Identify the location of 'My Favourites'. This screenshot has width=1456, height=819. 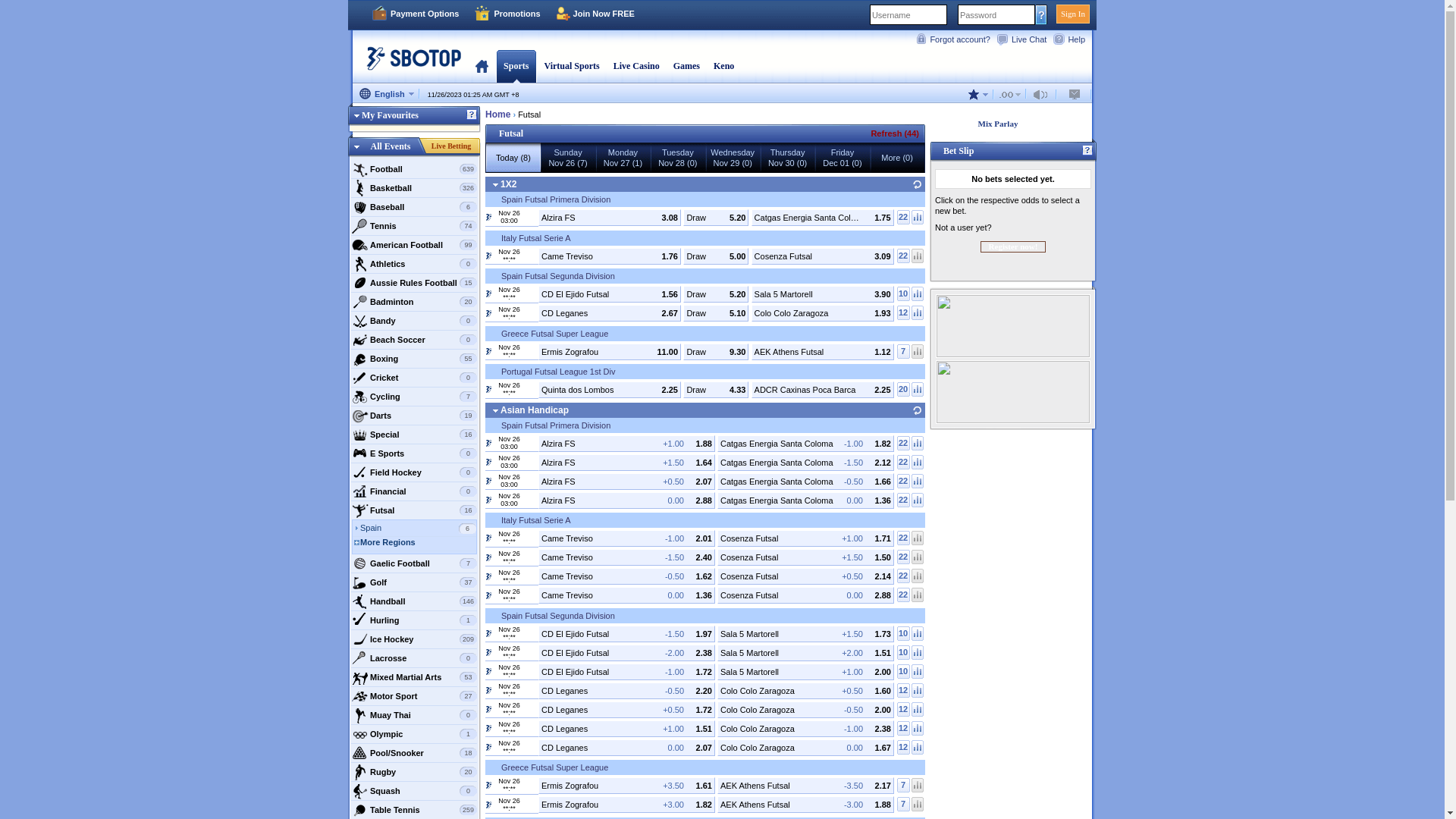
(414, 117).